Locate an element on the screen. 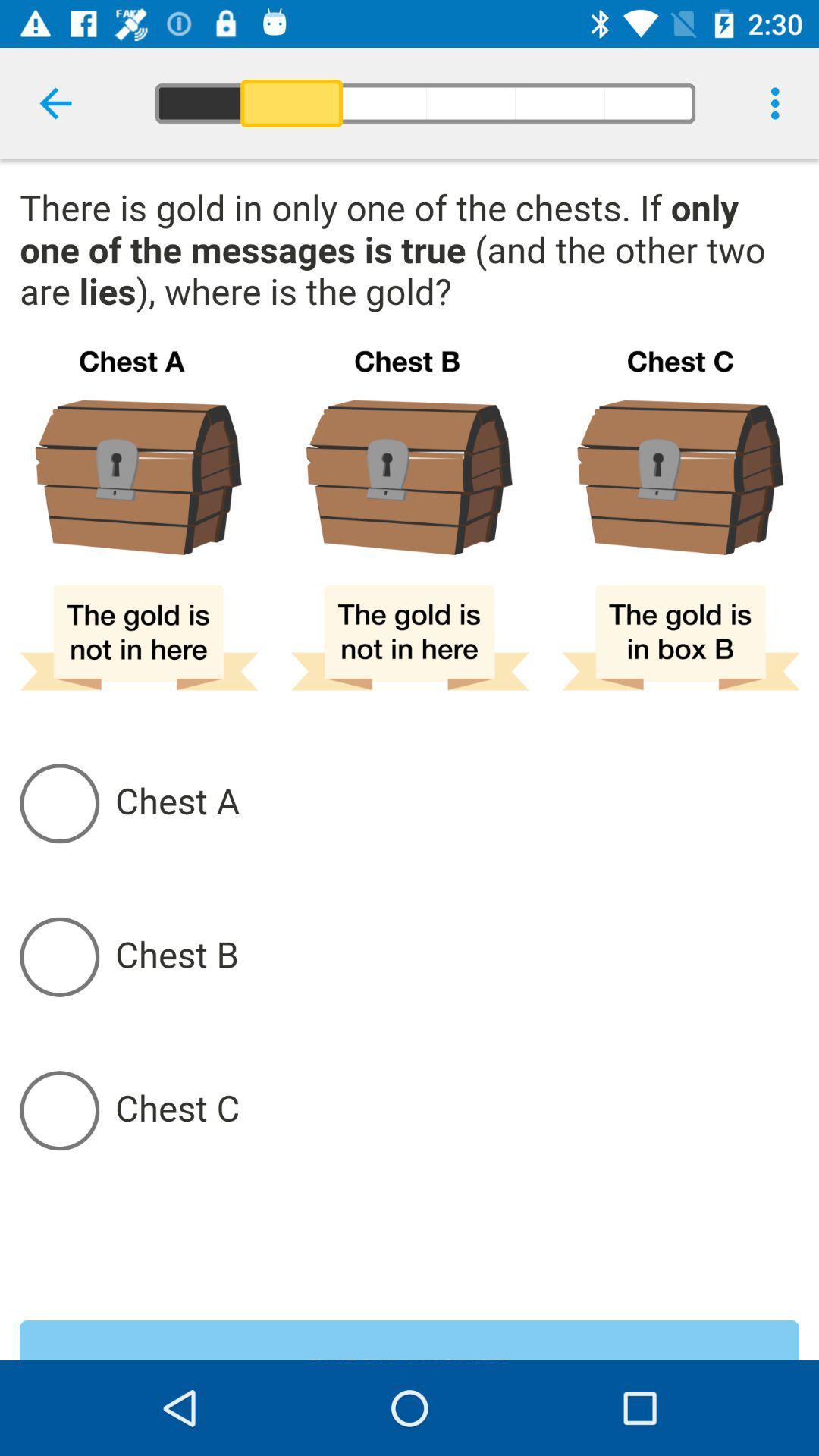 The width and height of the screenshot is (819, 1456). chest b is located at coordinates (456, 955).